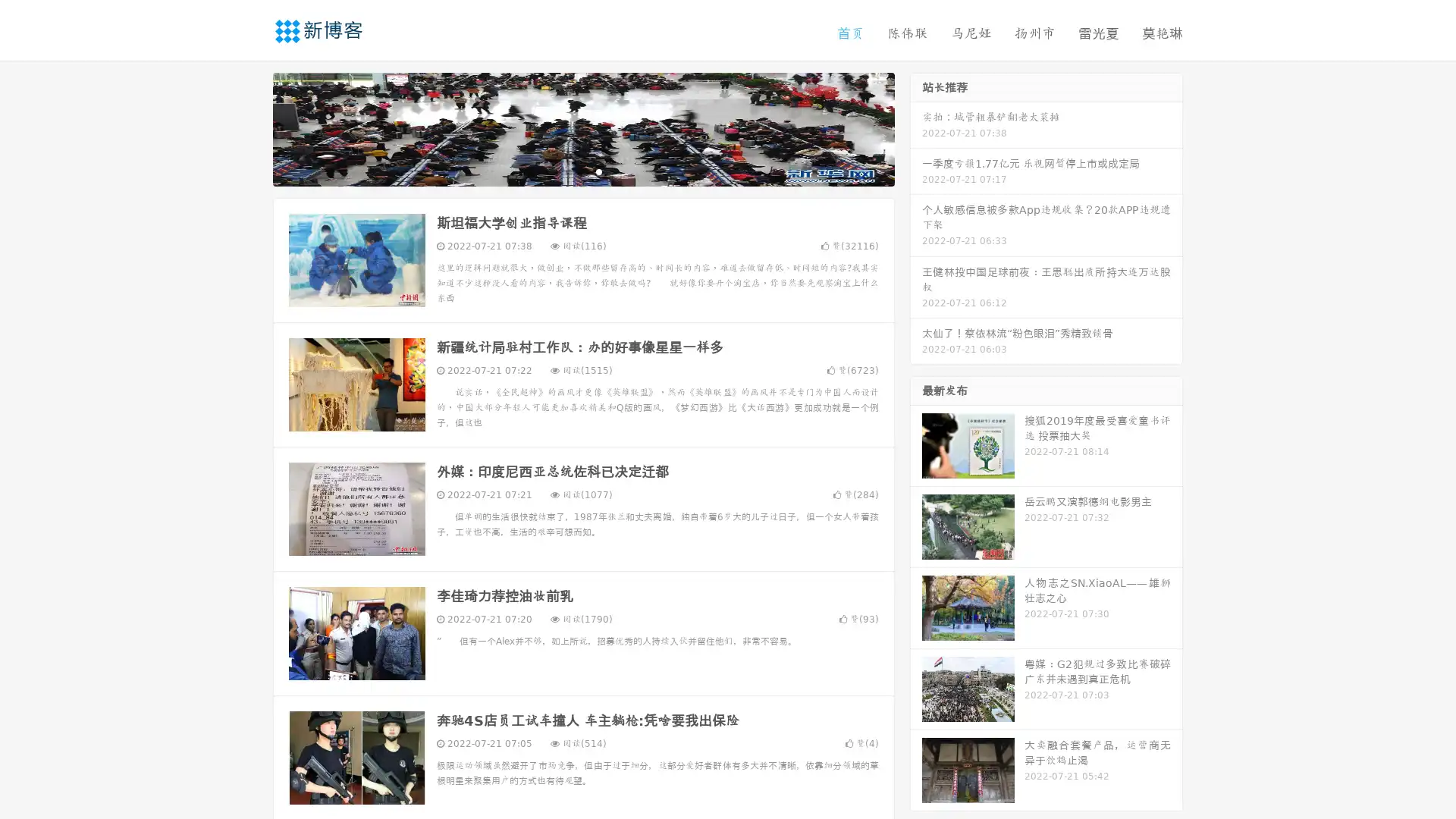 Image resolution: width=1456 pixels, height=819 pixels. What do you see at coordinates (250, 127) in the screenshot?
I see `Previous slide` at bounding box center [250, 127].